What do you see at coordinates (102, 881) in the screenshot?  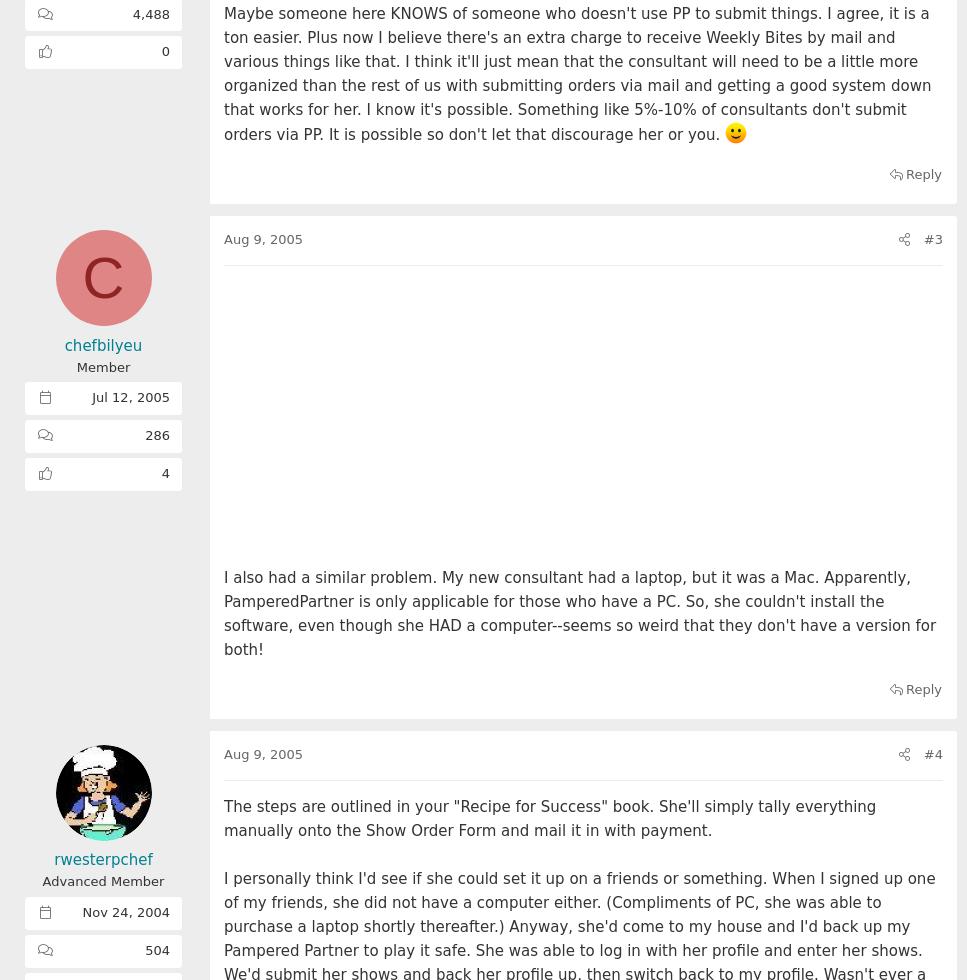 I see `'Advanced Member'` at bounding box center [102, 881].